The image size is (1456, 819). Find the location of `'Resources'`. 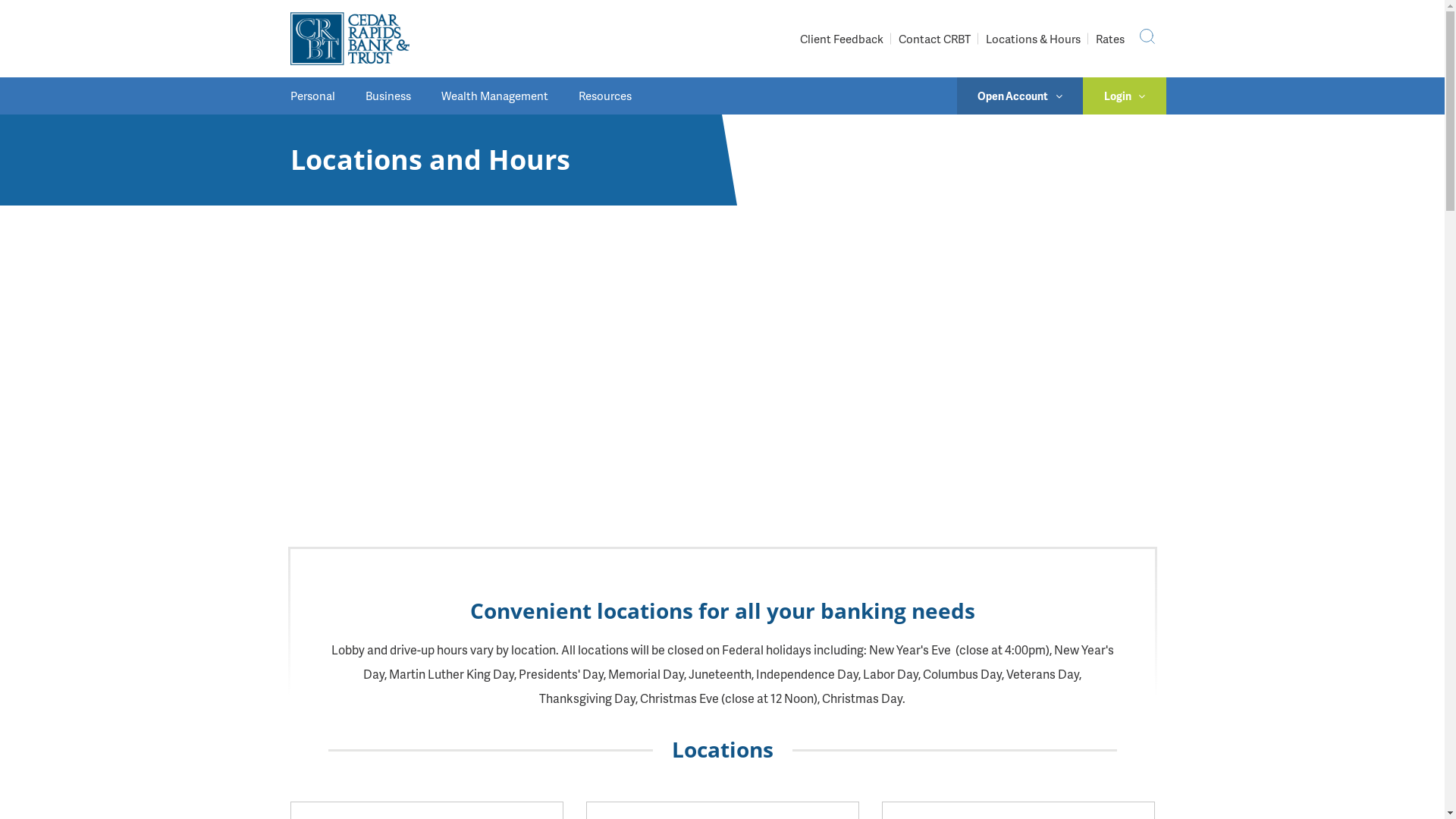

'Resources' is located at coordinates (603, 96).